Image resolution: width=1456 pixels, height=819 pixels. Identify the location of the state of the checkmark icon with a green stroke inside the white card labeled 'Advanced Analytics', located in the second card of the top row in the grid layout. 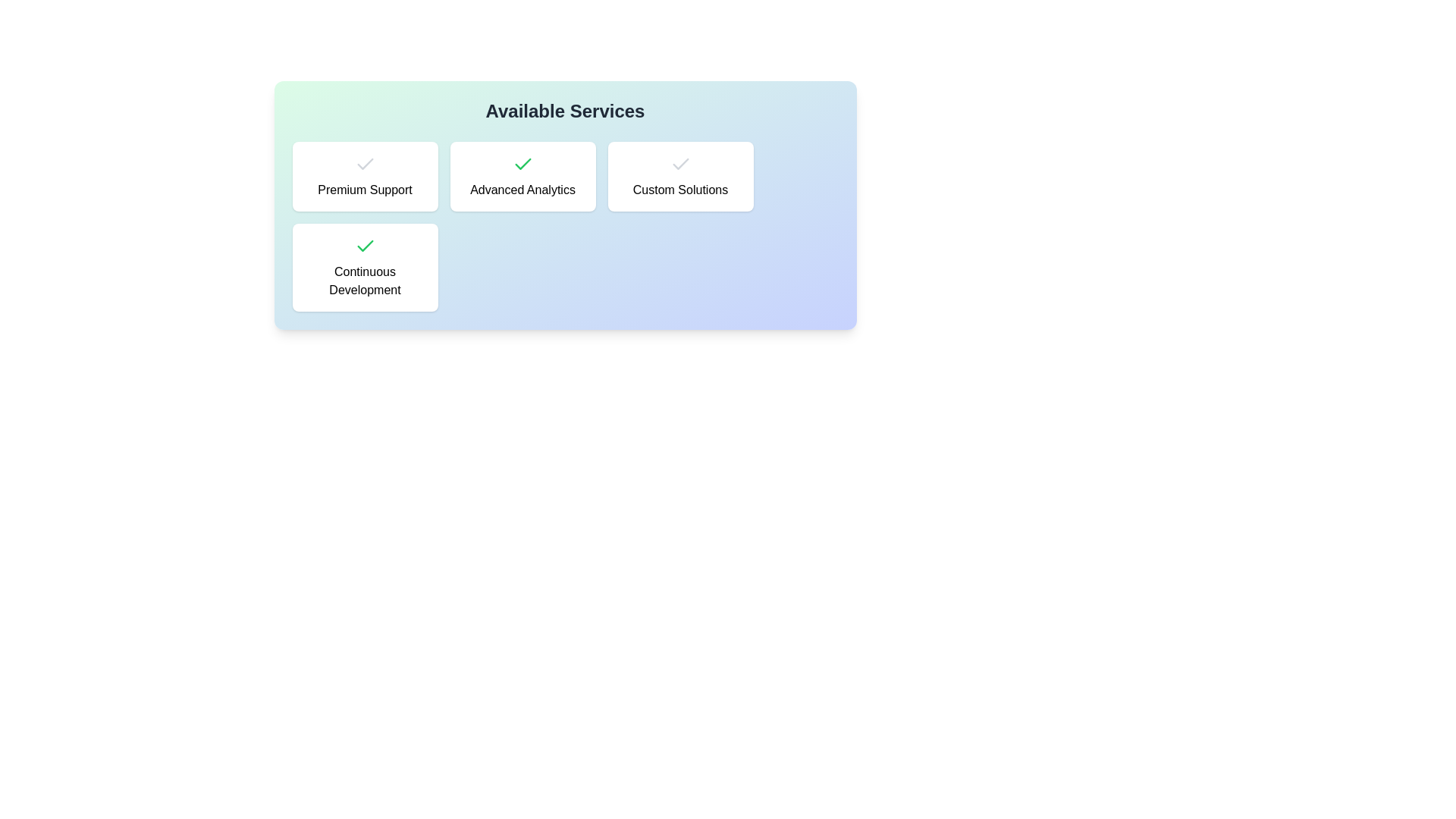
(522, 164).